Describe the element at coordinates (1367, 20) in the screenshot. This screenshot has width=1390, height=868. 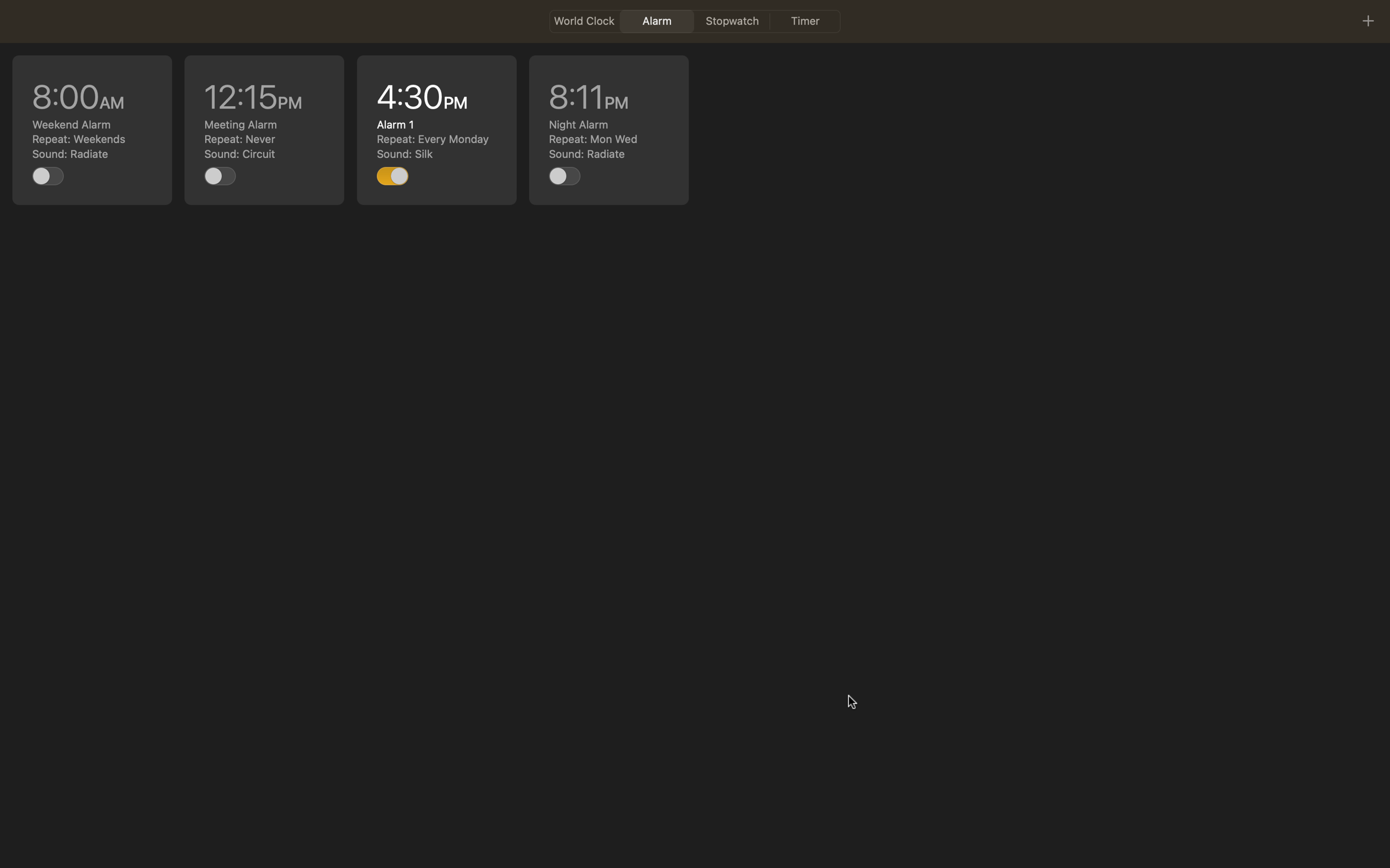
I see `To insert a new event, press the plus symbol` at that location.